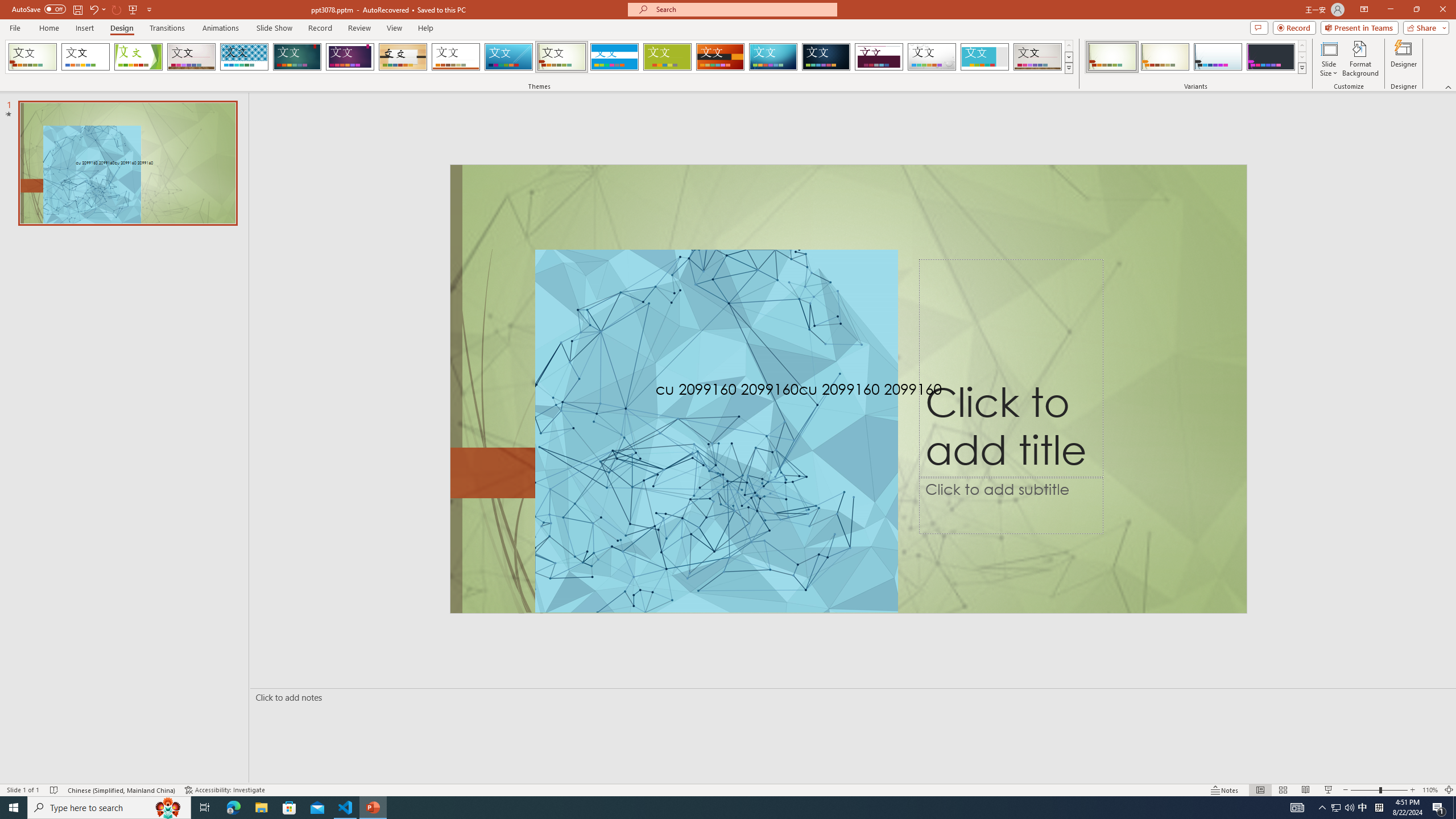 The image size is (1456, 819). Describe the element at coordinates (879, 56) in the screenshot. I see `'Dividend'` at that location.